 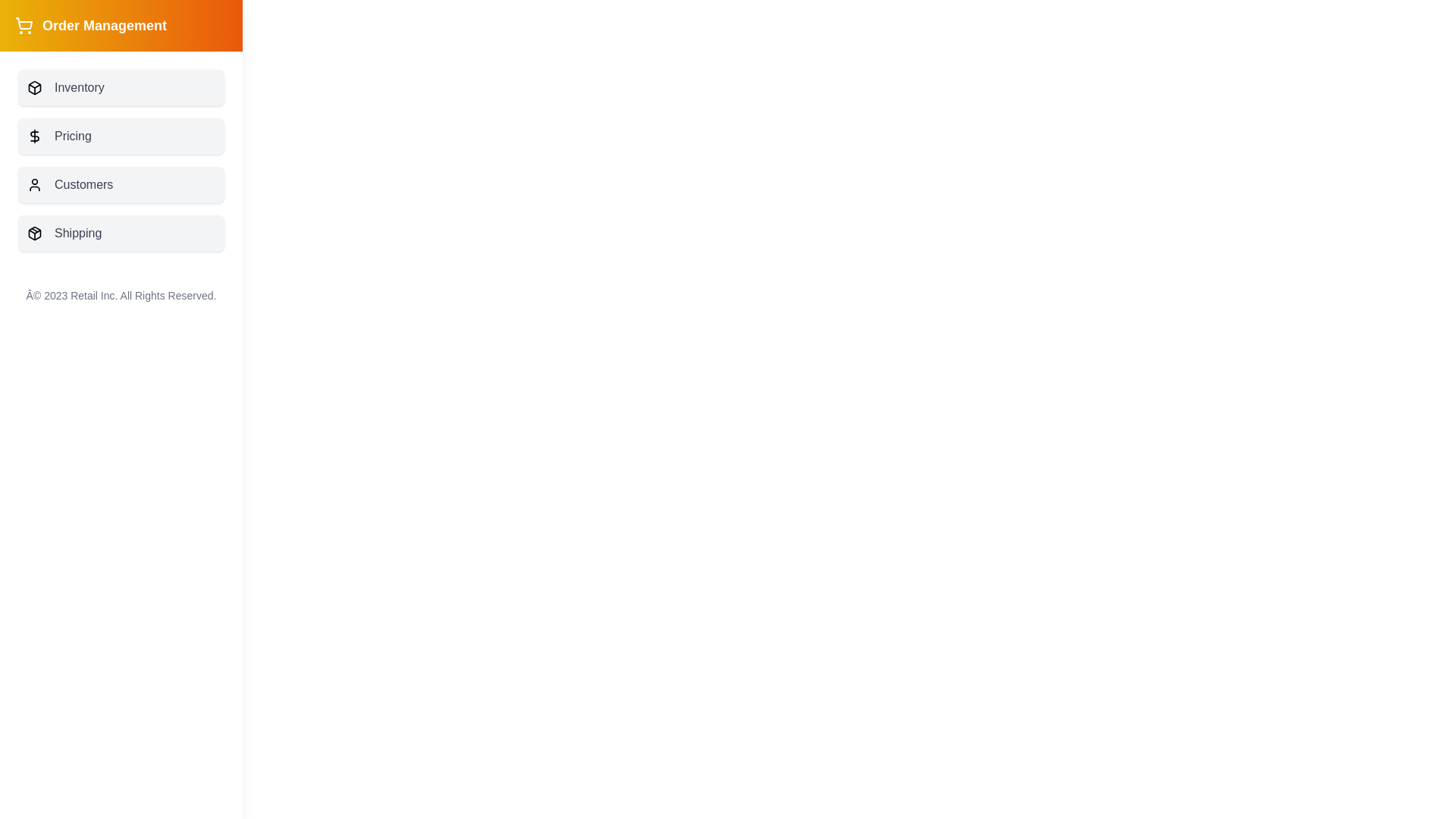 What do you see at coordinates (120, 184) in the screenshot?
I see `the button labeled 'Customers' to observe visual feedback` at bounding box center [120, 184].